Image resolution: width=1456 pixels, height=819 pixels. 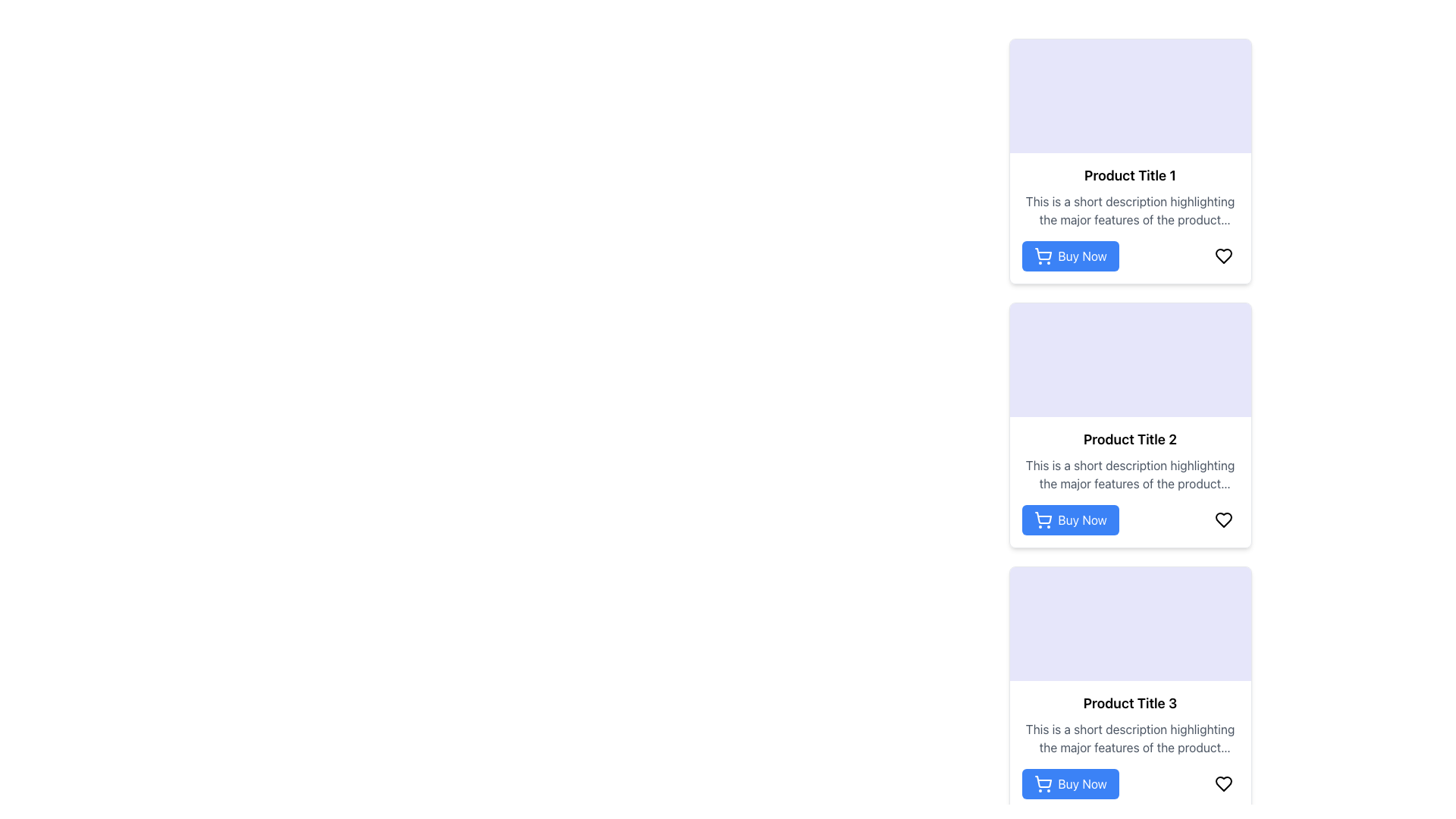 I want to click on the heart icon in the top-right corner of the bottom section of the product card titled 'Product Title 1', so click(x=1223, y=256).